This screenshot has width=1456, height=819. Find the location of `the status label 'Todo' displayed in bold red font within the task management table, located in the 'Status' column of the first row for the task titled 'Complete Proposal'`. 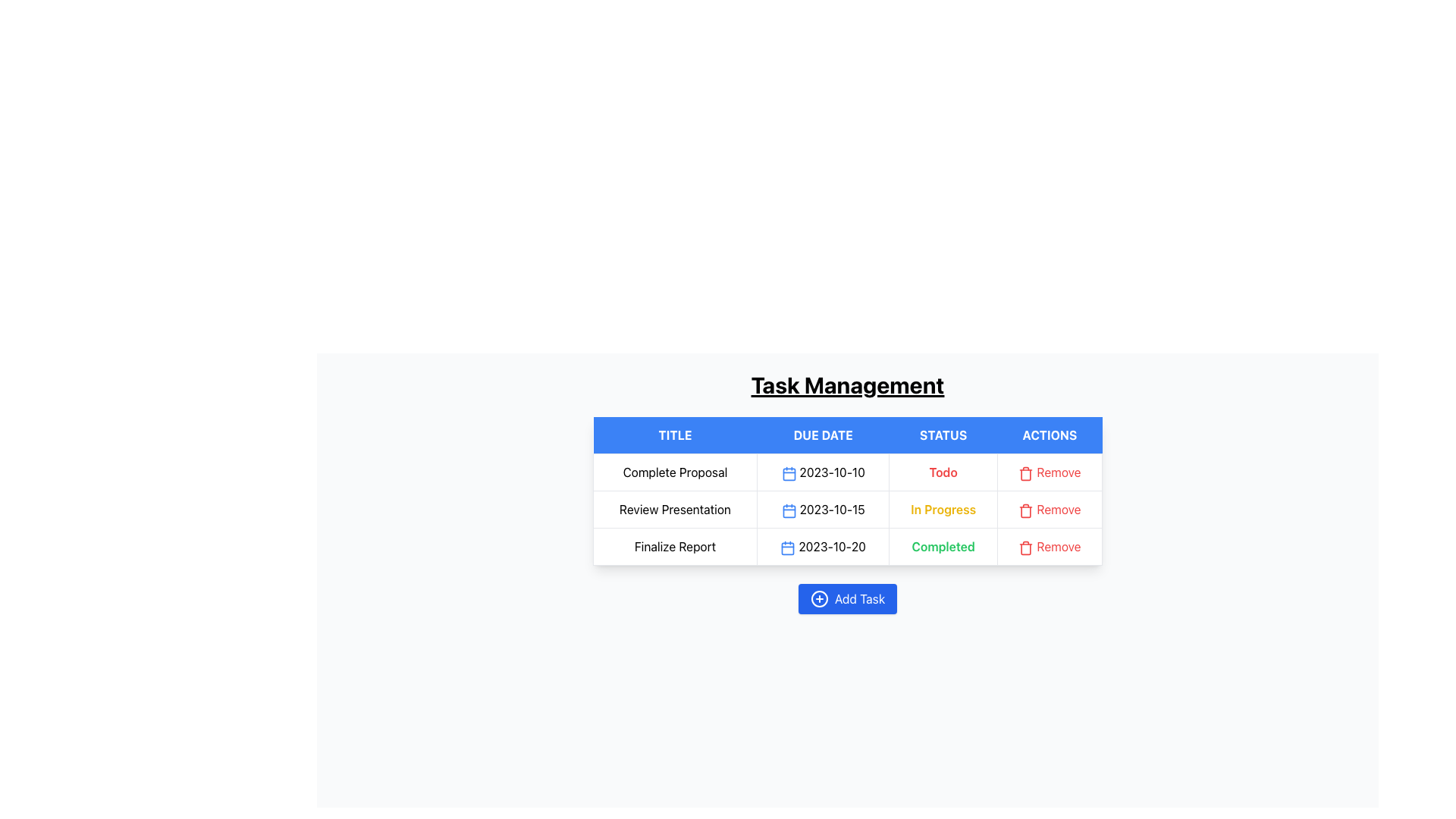

the status label 'Todo' displayed in bold red font within the task management table, located in the 'Status' column of the first row for the task titled 'Complete Proposal' is located at coordinates (943, 472).